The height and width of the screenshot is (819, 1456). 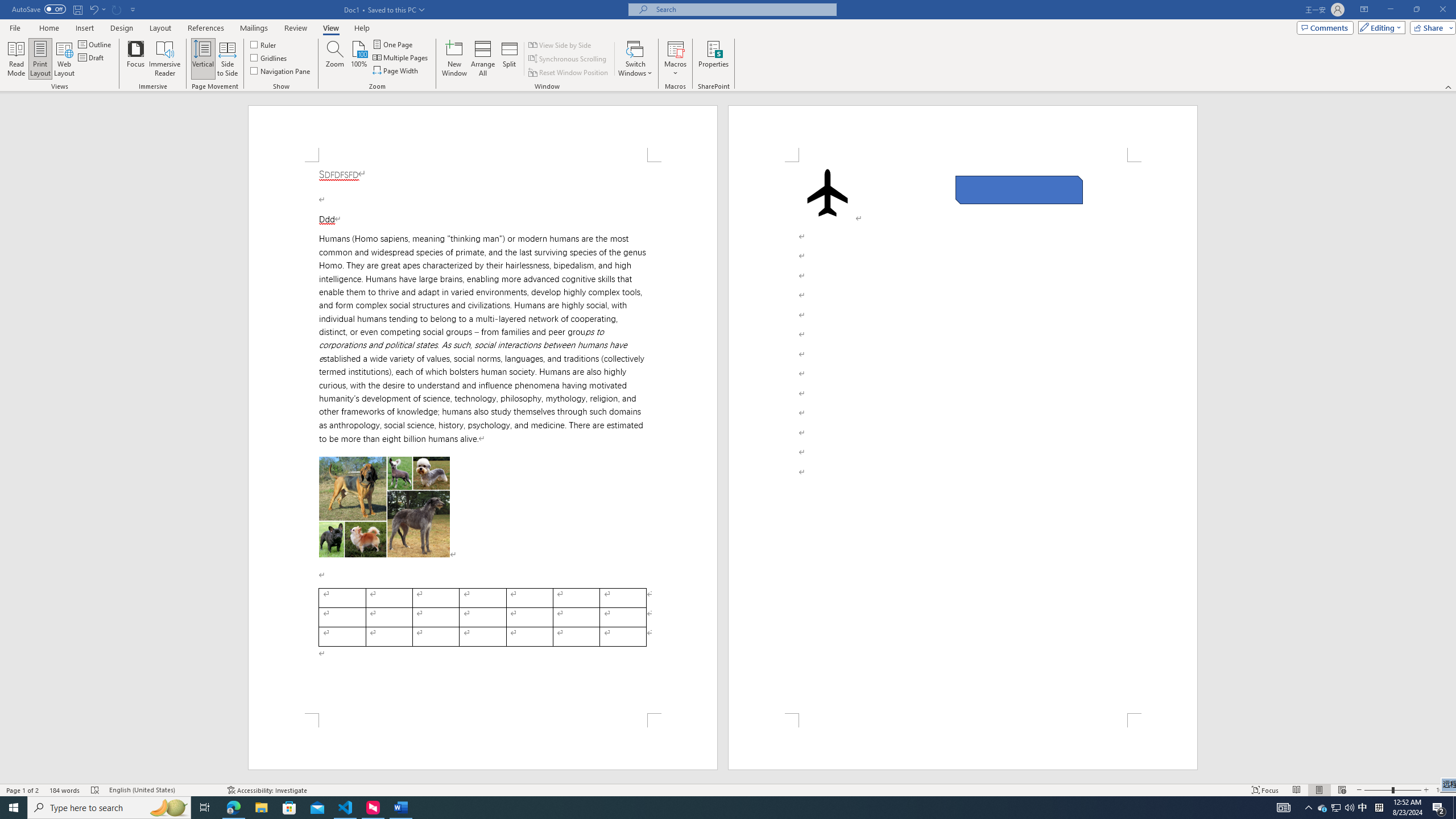 What do you see at coordinates (1439, 806) in the screenshot?
I see `'Action Center, 2 new notifications'` at bounding box center [1439, 806].